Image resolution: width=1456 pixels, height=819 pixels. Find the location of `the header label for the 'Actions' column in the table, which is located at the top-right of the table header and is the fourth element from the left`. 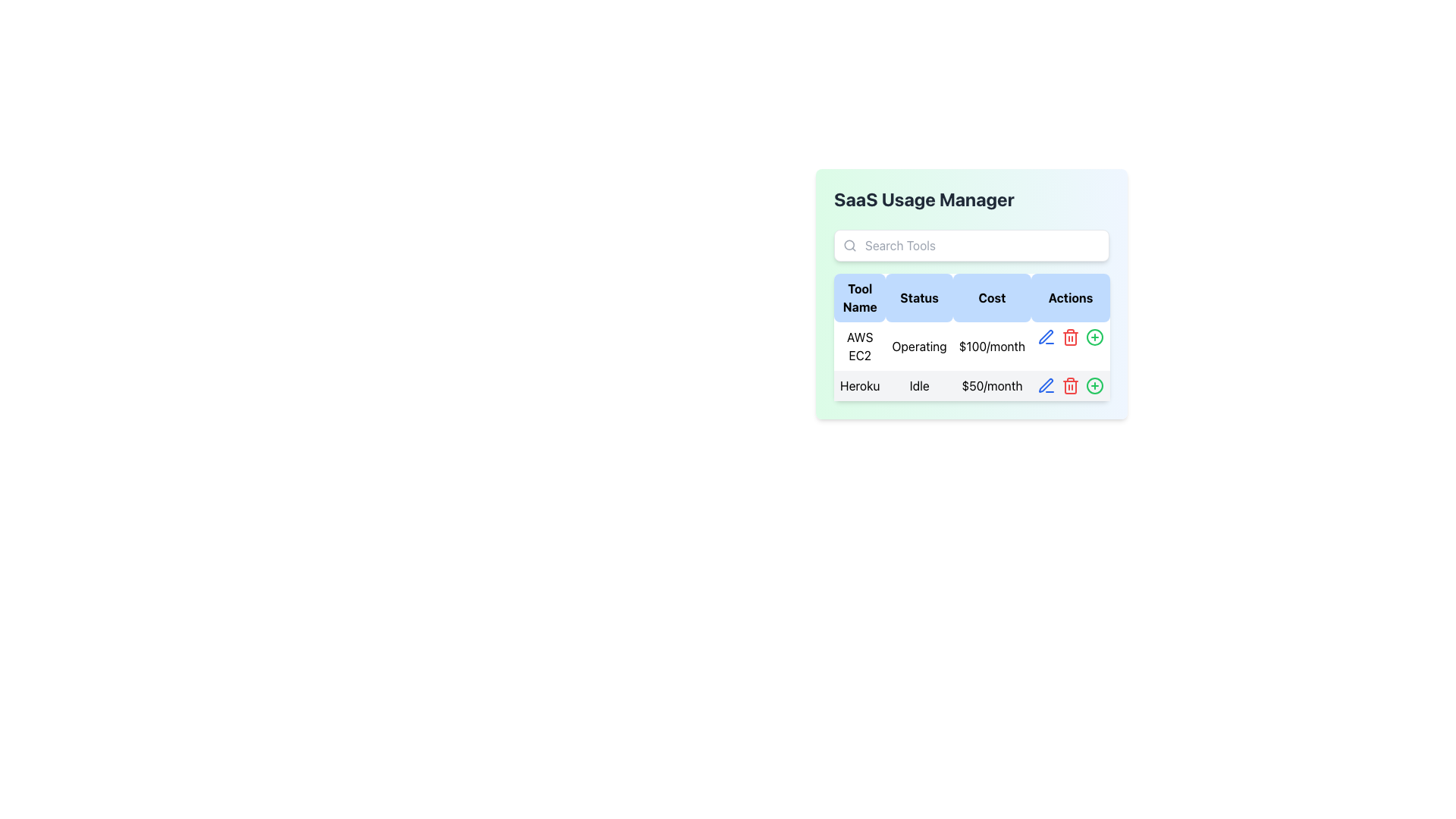

the header label for the 'Actions' column in the table, which is located at the top-right of the table header and is the fourth element from the left is located at coordinates (1069, 298).